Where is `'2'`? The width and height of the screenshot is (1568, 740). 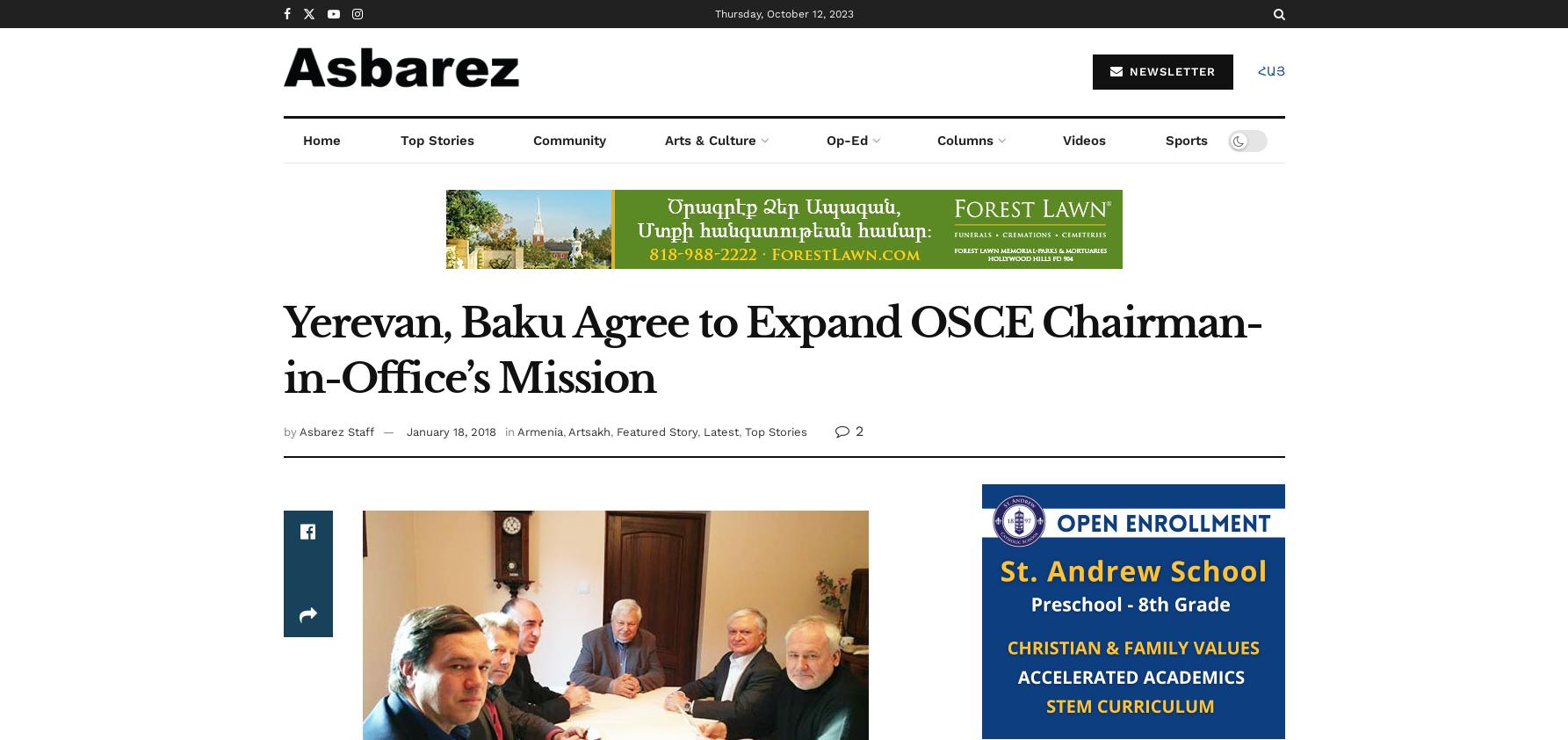
'2' is located at coordinates (849, 430).